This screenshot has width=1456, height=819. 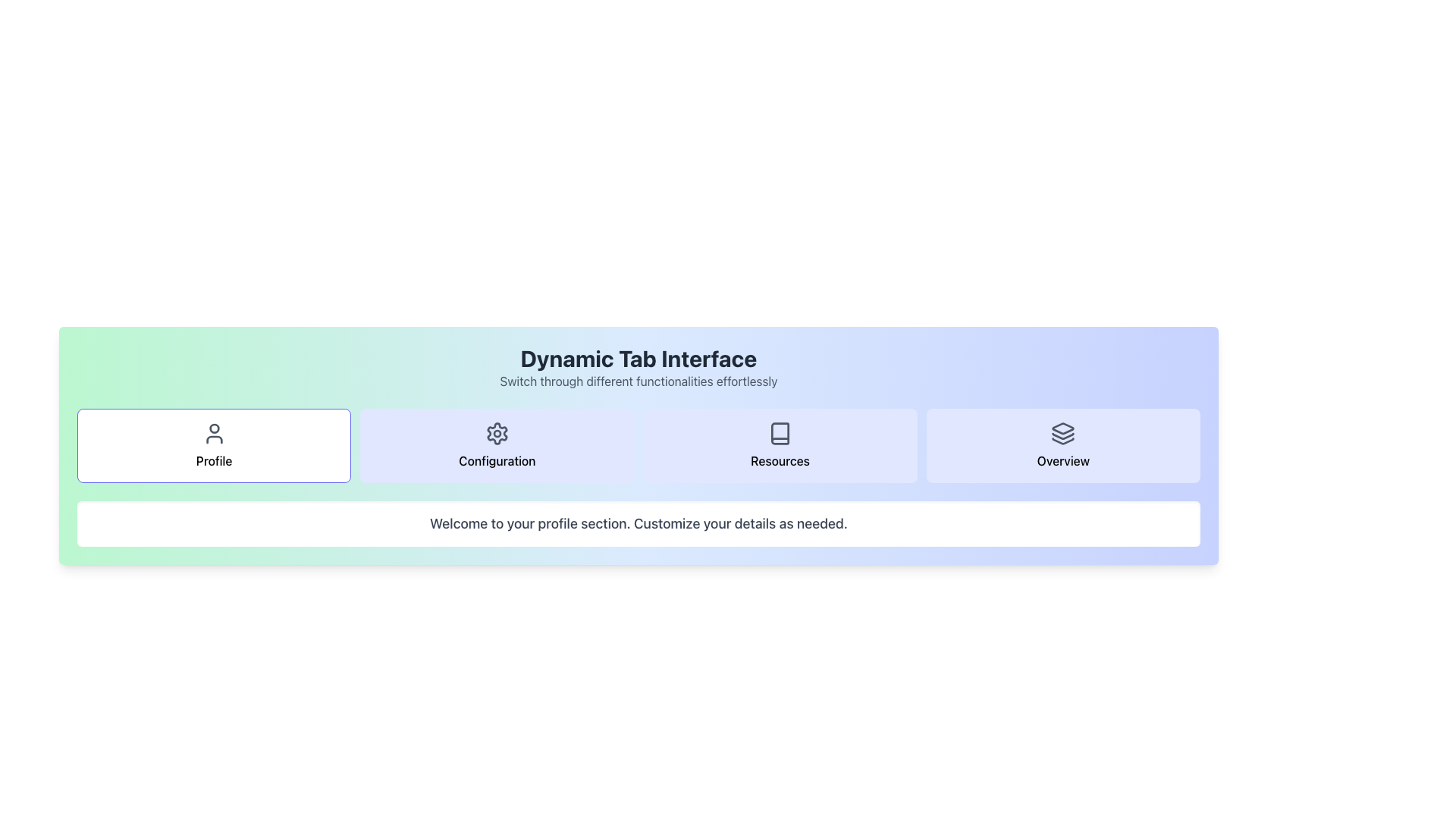 What do you see at coordinates (639, 380) in the screenshot?
I see `the text element that says 'Switch through different functionalities effortlessly', which is styled in gray font and located below the title 'Dynamic Tab Interface'` at bounding box center [639, 380].